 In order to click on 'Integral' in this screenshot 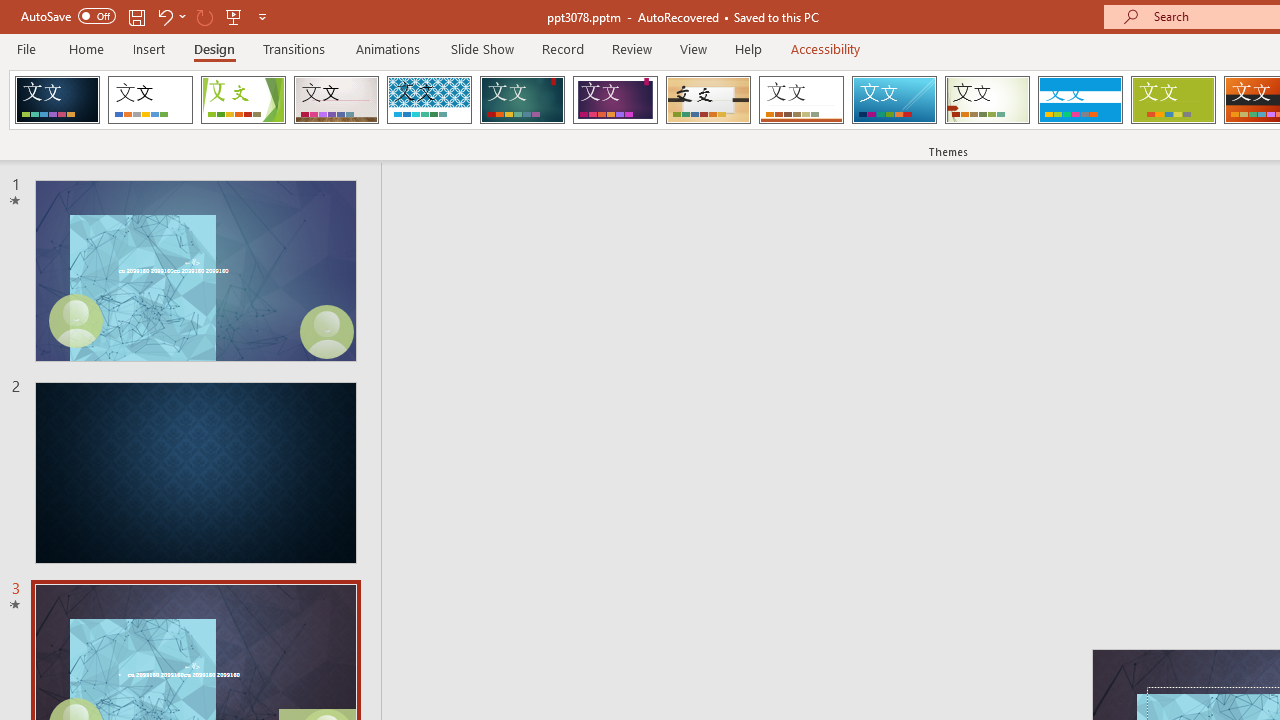, I will do `click(428, 100)`.